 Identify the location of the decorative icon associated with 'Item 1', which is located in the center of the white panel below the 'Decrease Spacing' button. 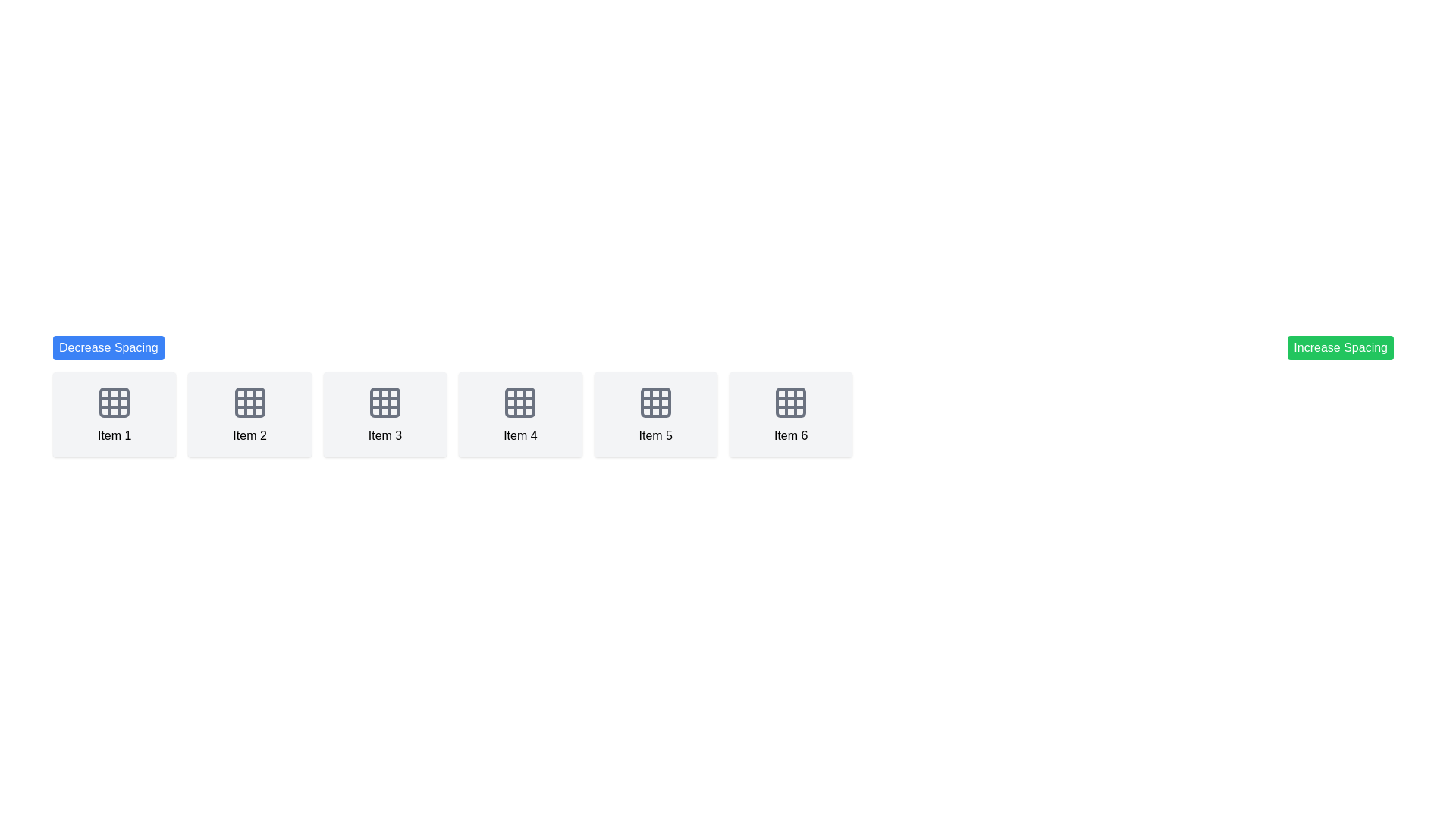
(114, 402).